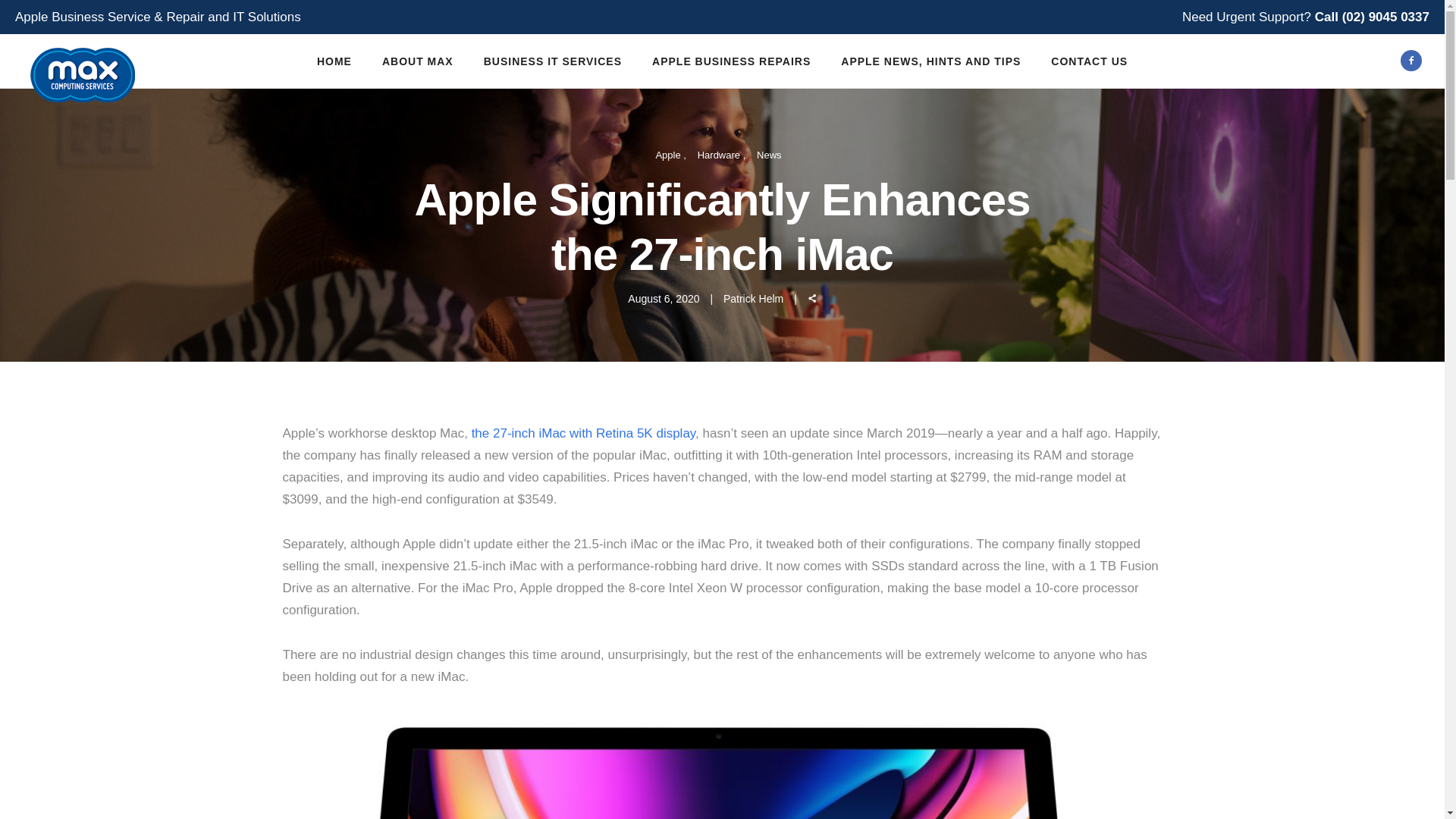 The height and width of the screenshot is (819, 1456). I want to click on 'ABOUT MAX', so click(418, 61).